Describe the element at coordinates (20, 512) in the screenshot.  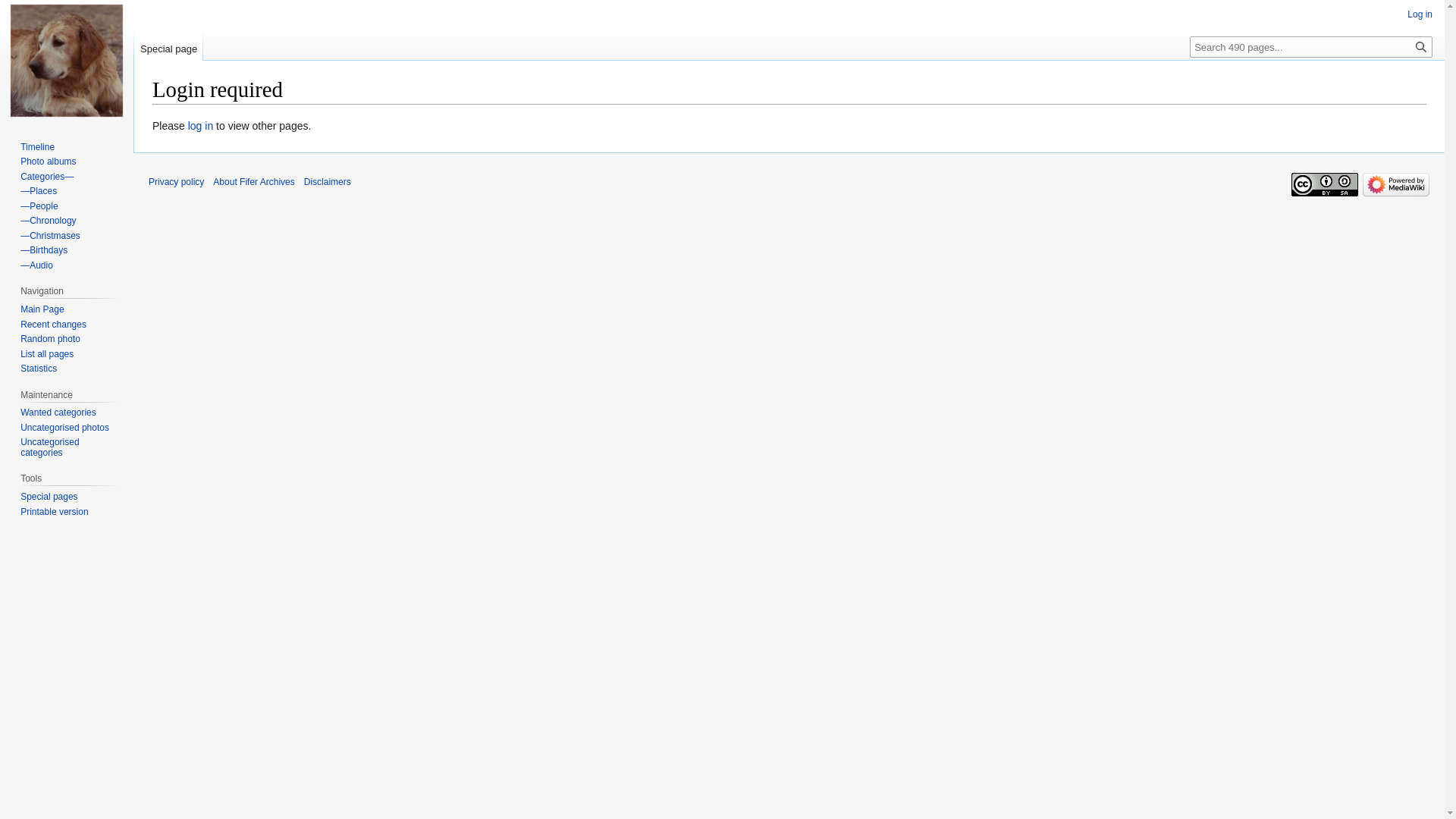
I see `'Printable version'` at that location.